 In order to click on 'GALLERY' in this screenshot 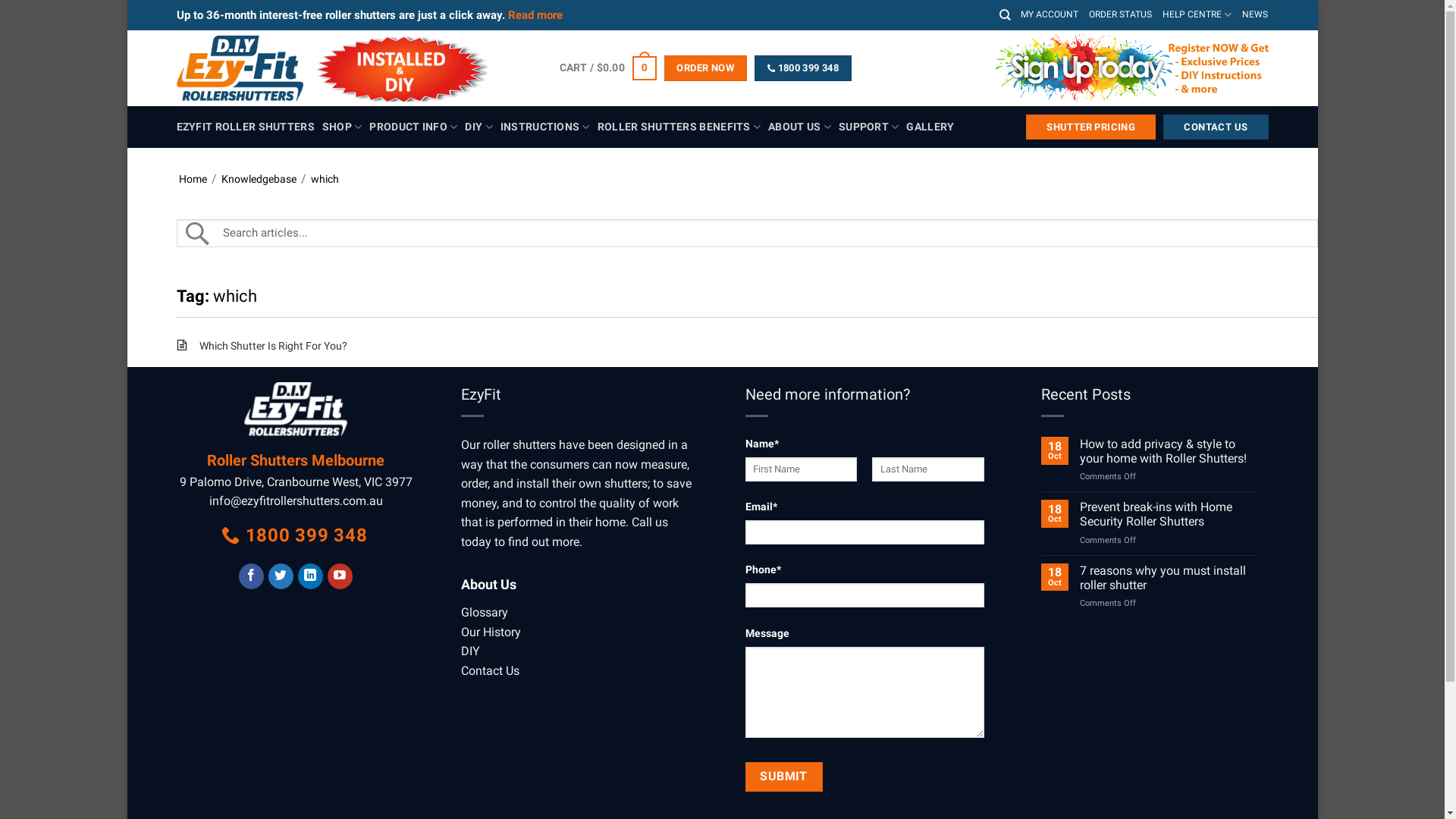, I will do `click(929, 127)`.